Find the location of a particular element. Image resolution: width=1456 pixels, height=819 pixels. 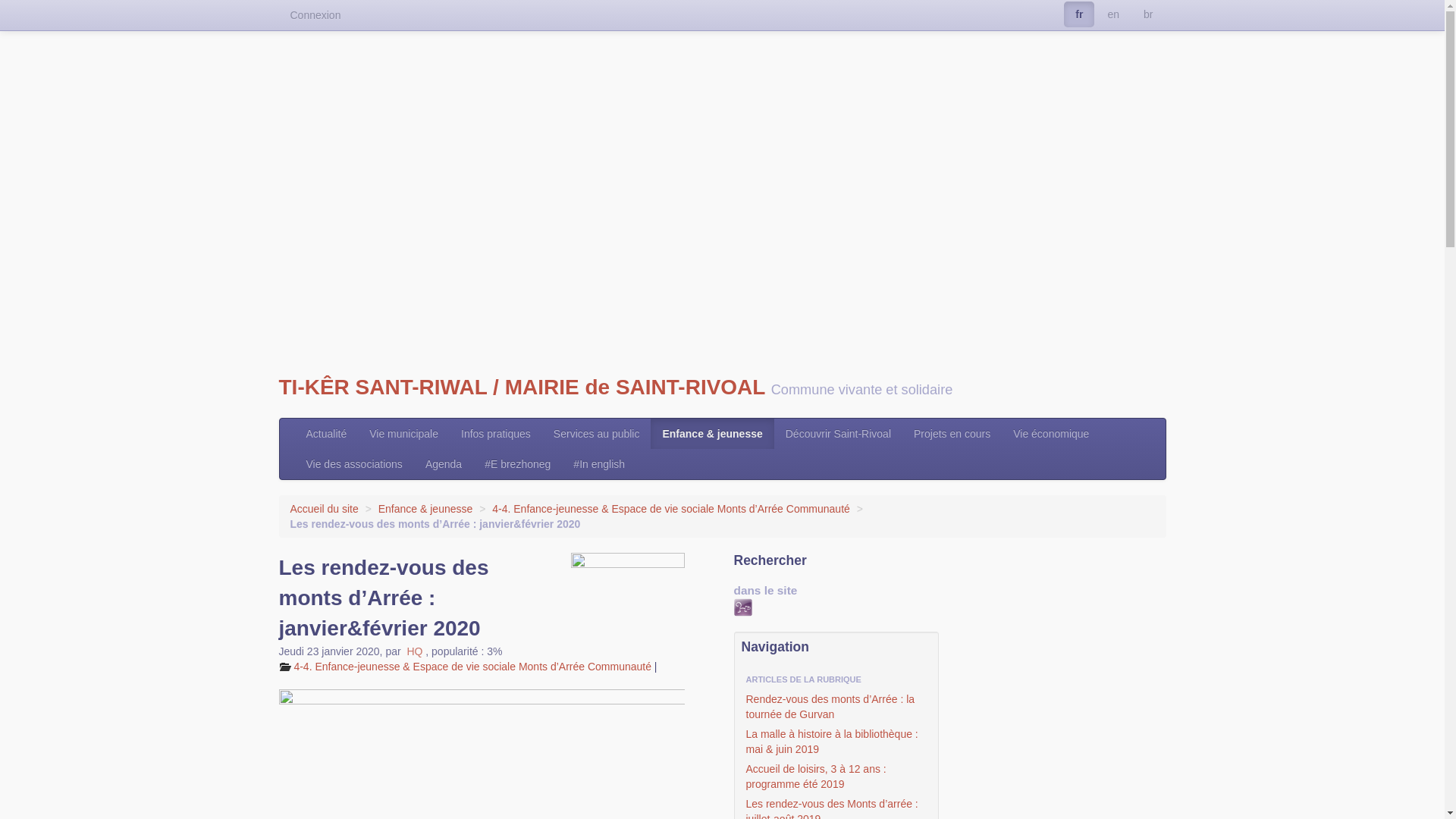

'#E brezhoneg' is located at coordinates (517, 463).